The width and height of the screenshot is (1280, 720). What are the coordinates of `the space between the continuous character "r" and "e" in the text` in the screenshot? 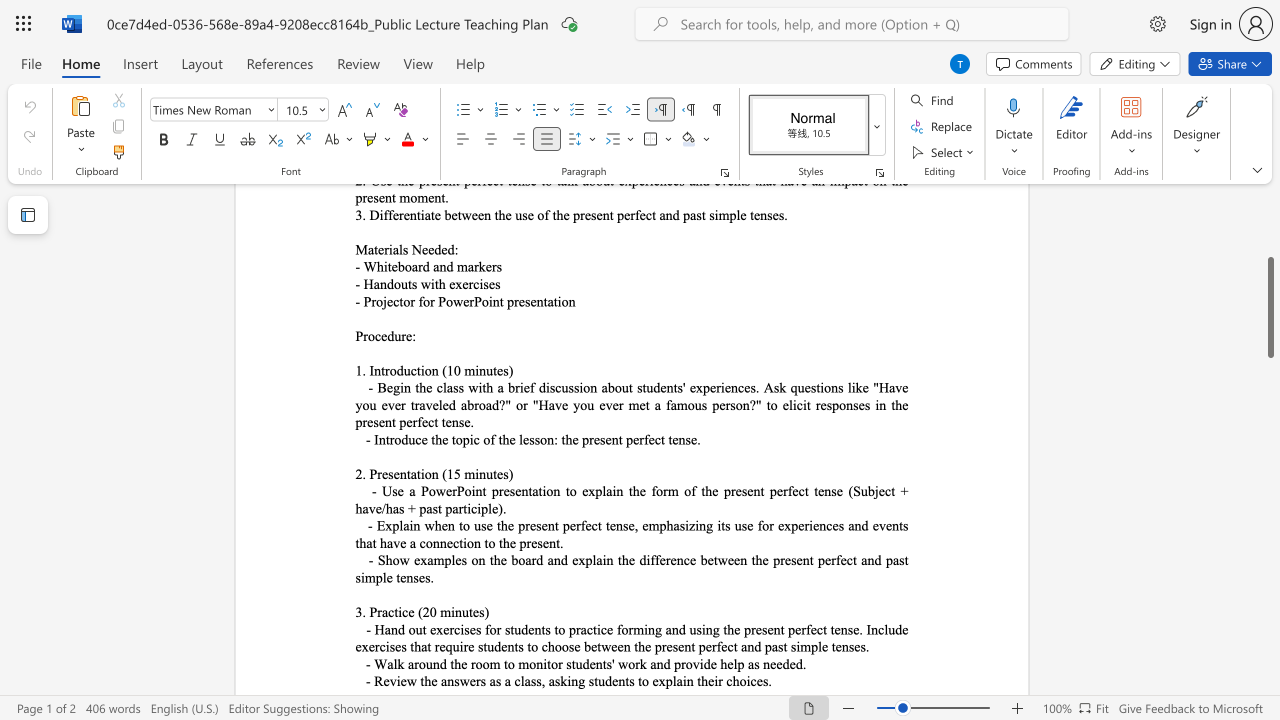 It's located at (382, 474).